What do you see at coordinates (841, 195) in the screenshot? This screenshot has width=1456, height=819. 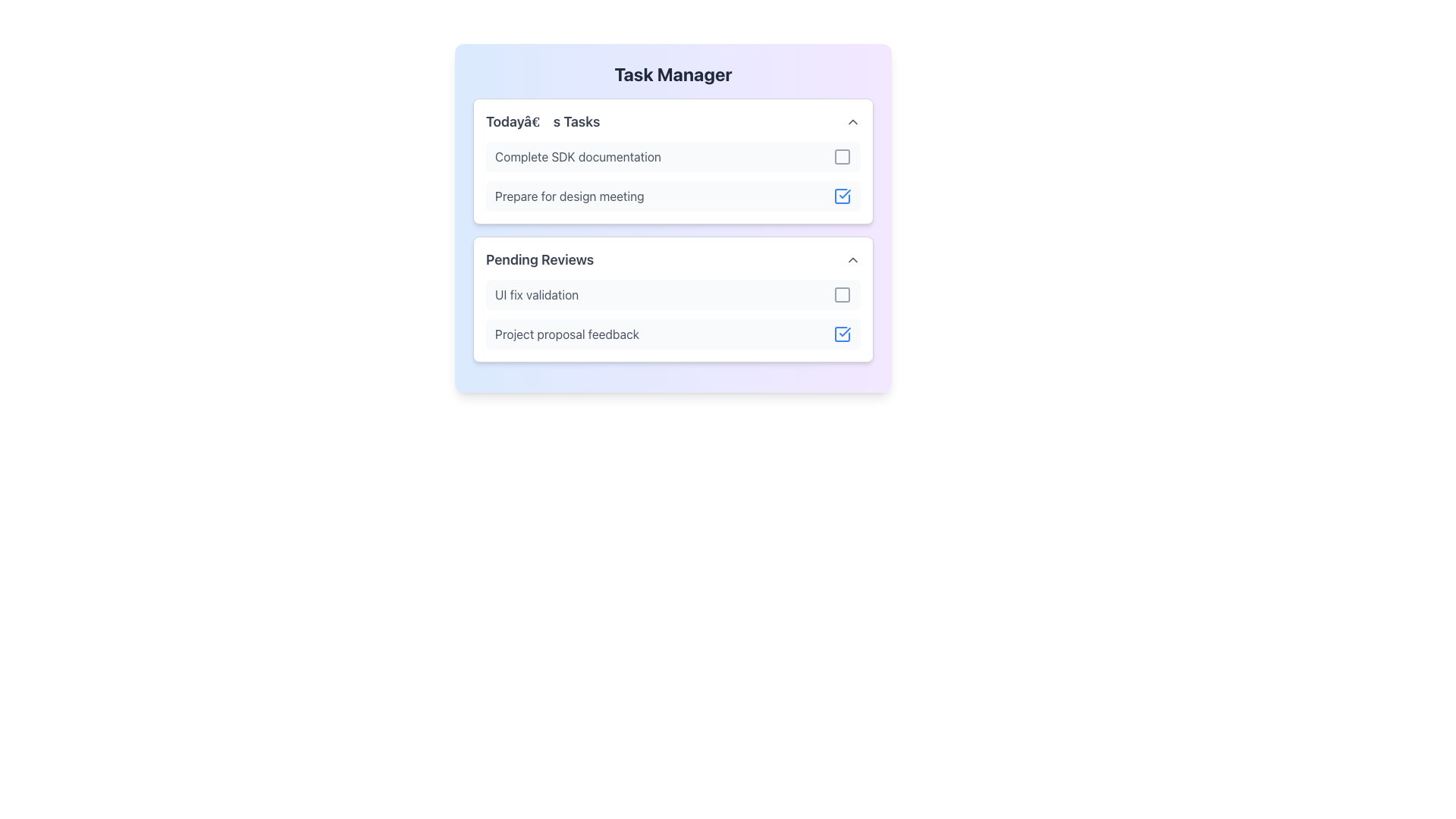 I see `the task completion icon in the 'Prepare for design meeting' row of the 'Today's Tasks' section, located at the far right end of the row` at bounding box center [841, 195].